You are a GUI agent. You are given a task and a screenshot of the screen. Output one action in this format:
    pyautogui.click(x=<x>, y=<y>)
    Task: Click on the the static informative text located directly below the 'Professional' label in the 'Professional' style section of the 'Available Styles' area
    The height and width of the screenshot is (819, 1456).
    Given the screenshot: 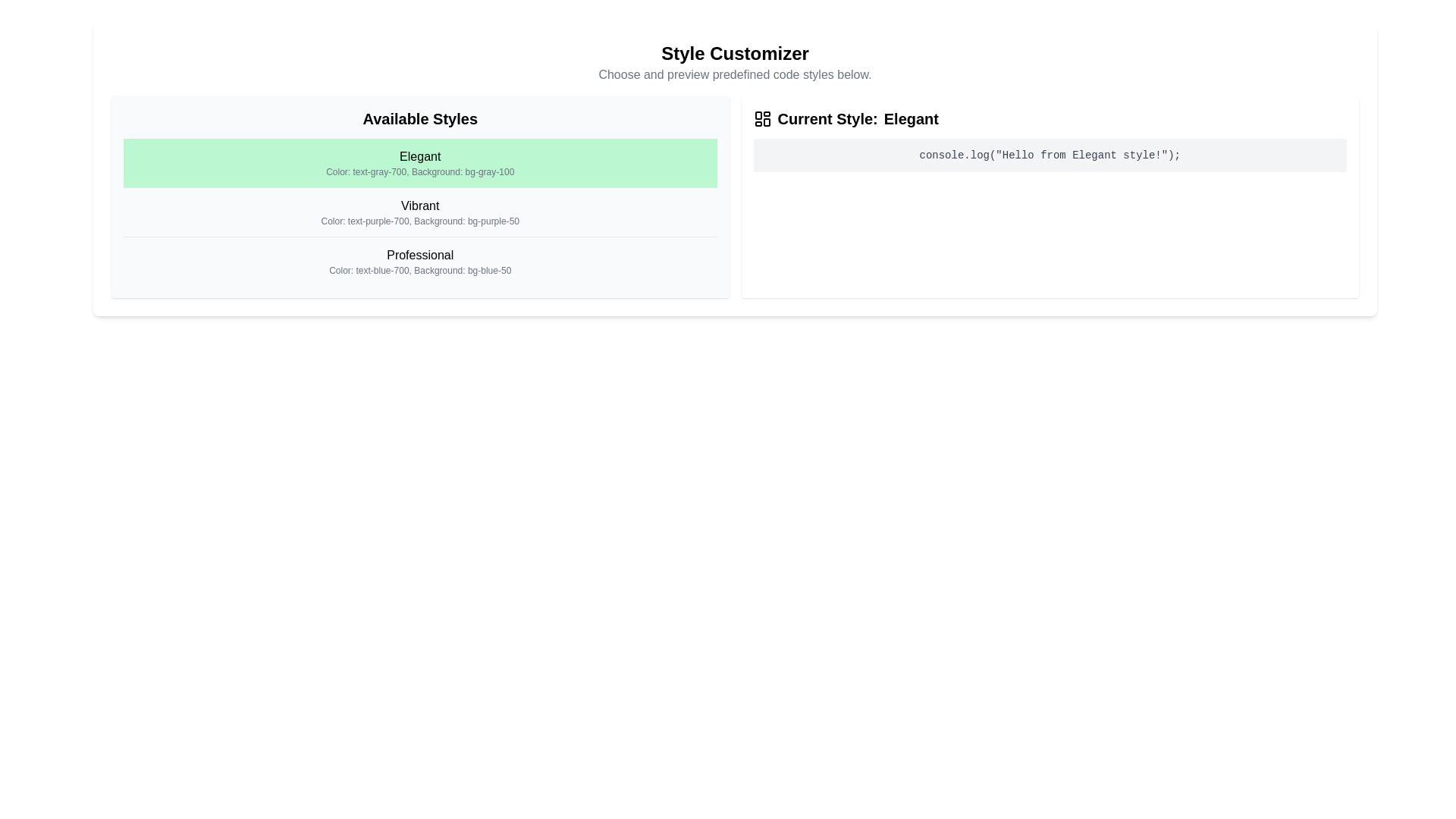 What is the action you would take?
    pyautogui.click(x=420, y=270)
    